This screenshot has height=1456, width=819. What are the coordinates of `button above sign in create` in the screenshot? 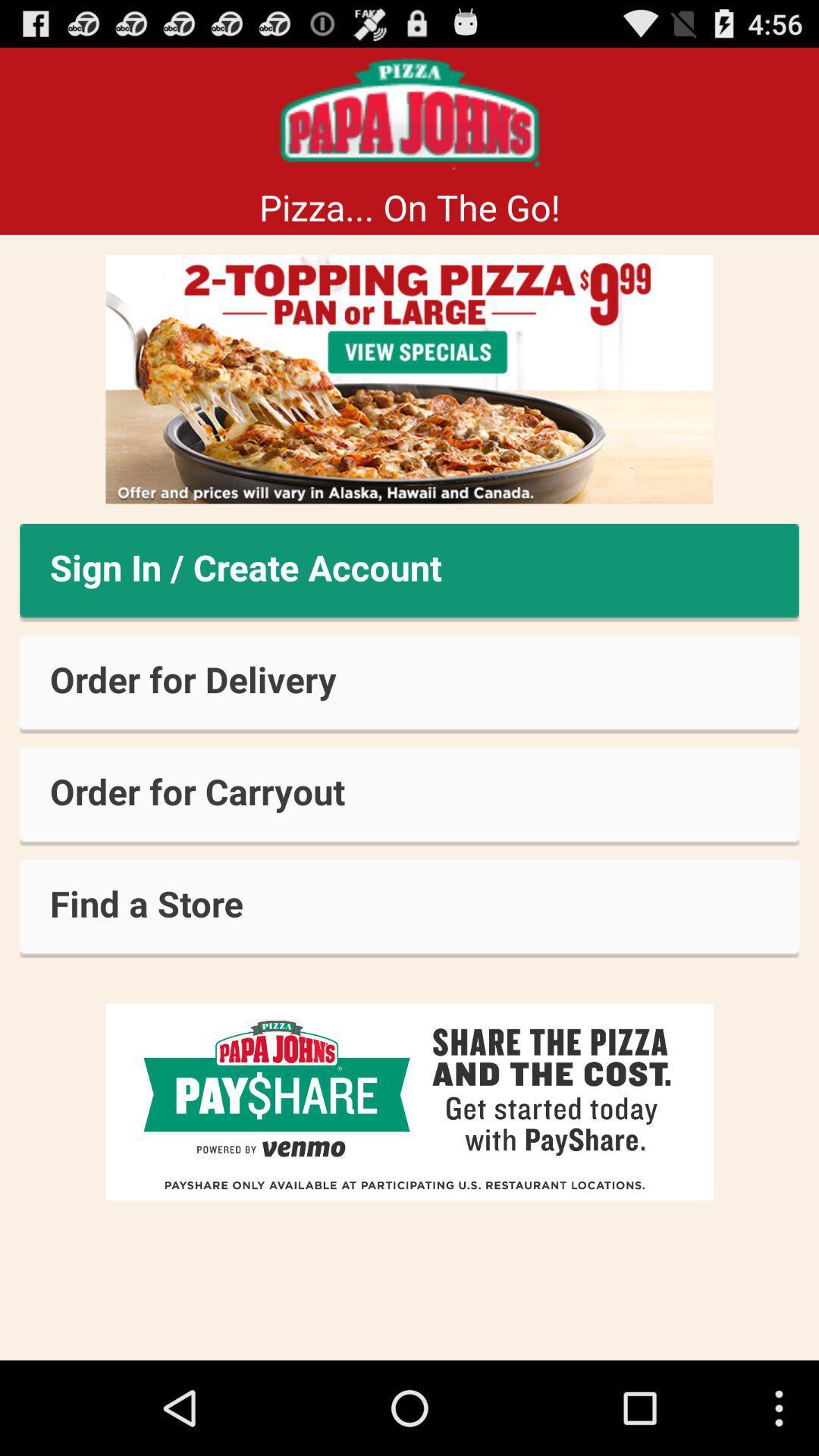 It's located at (409, 379).